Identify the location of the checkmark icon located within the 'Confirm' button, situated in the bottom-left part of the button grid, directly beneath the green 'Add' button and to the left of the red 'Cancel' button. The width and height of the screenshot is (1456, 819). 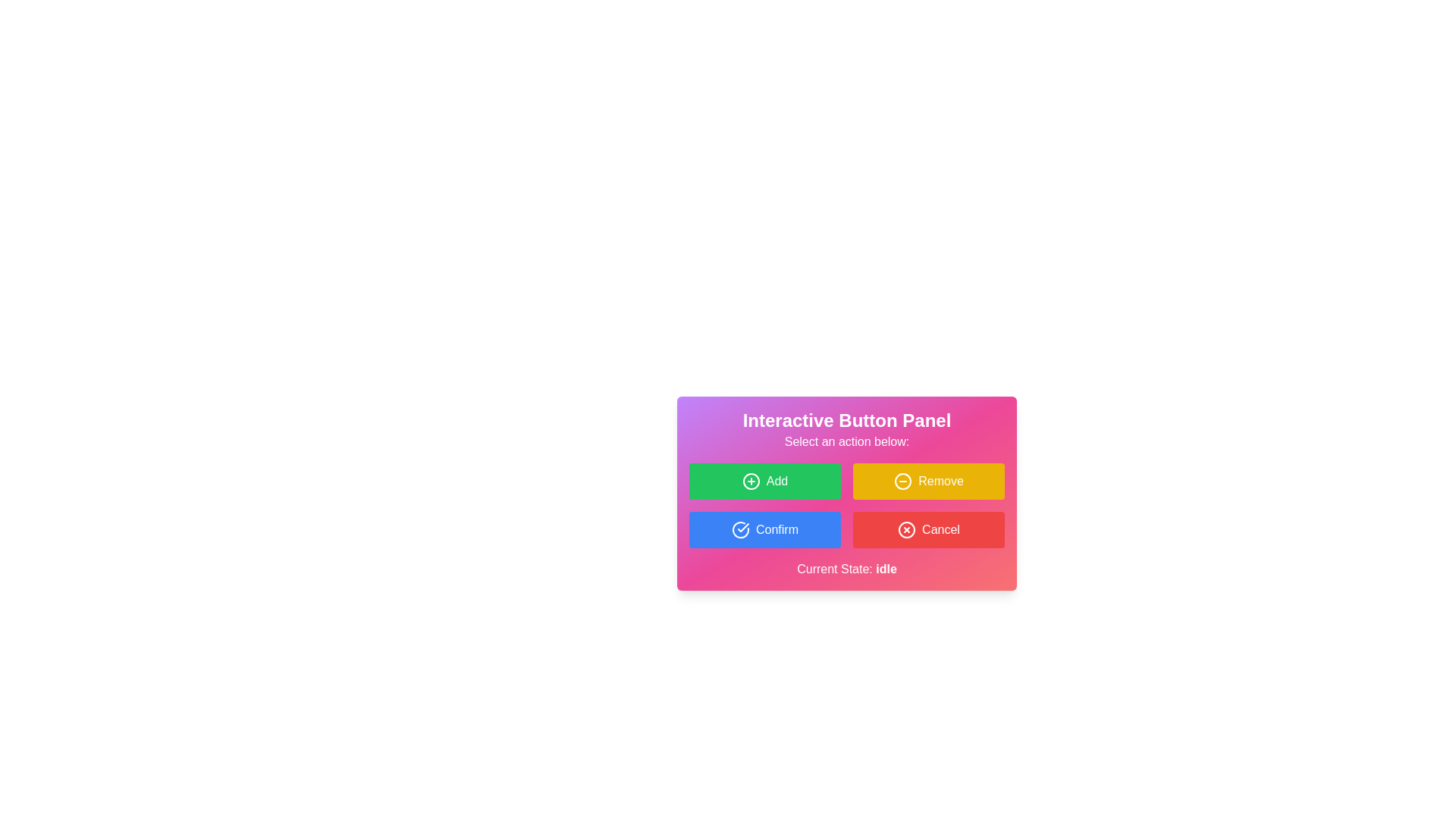
(740, 529).